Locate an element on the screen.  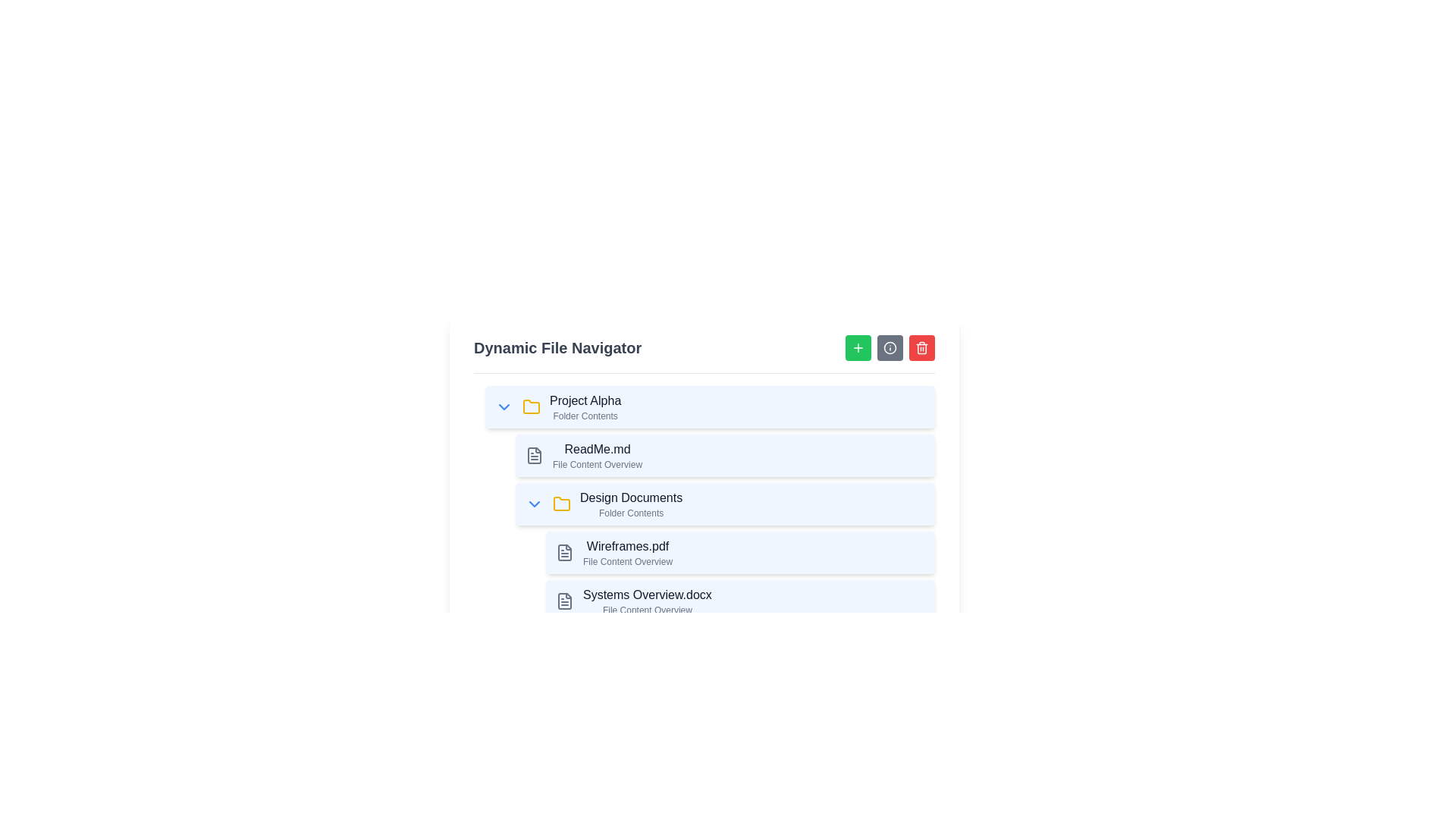
the document icon representing 'Wireframes.pdf' is located at coordinates (563, 553).